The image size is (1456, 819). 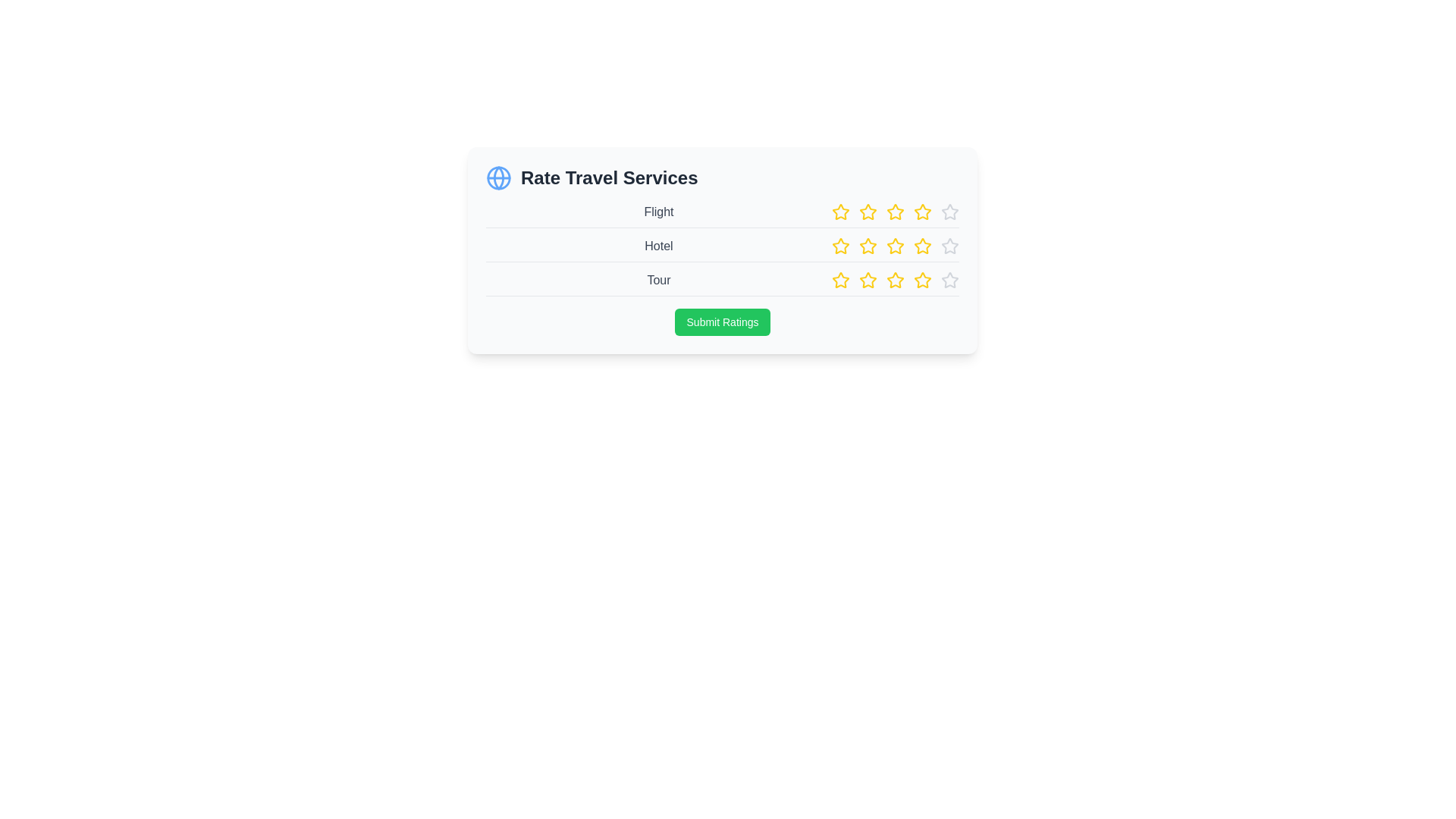 I want to click on the green button labeled 'Submit Ratings' located at the bottom of the form, so click(x=722, y=321).